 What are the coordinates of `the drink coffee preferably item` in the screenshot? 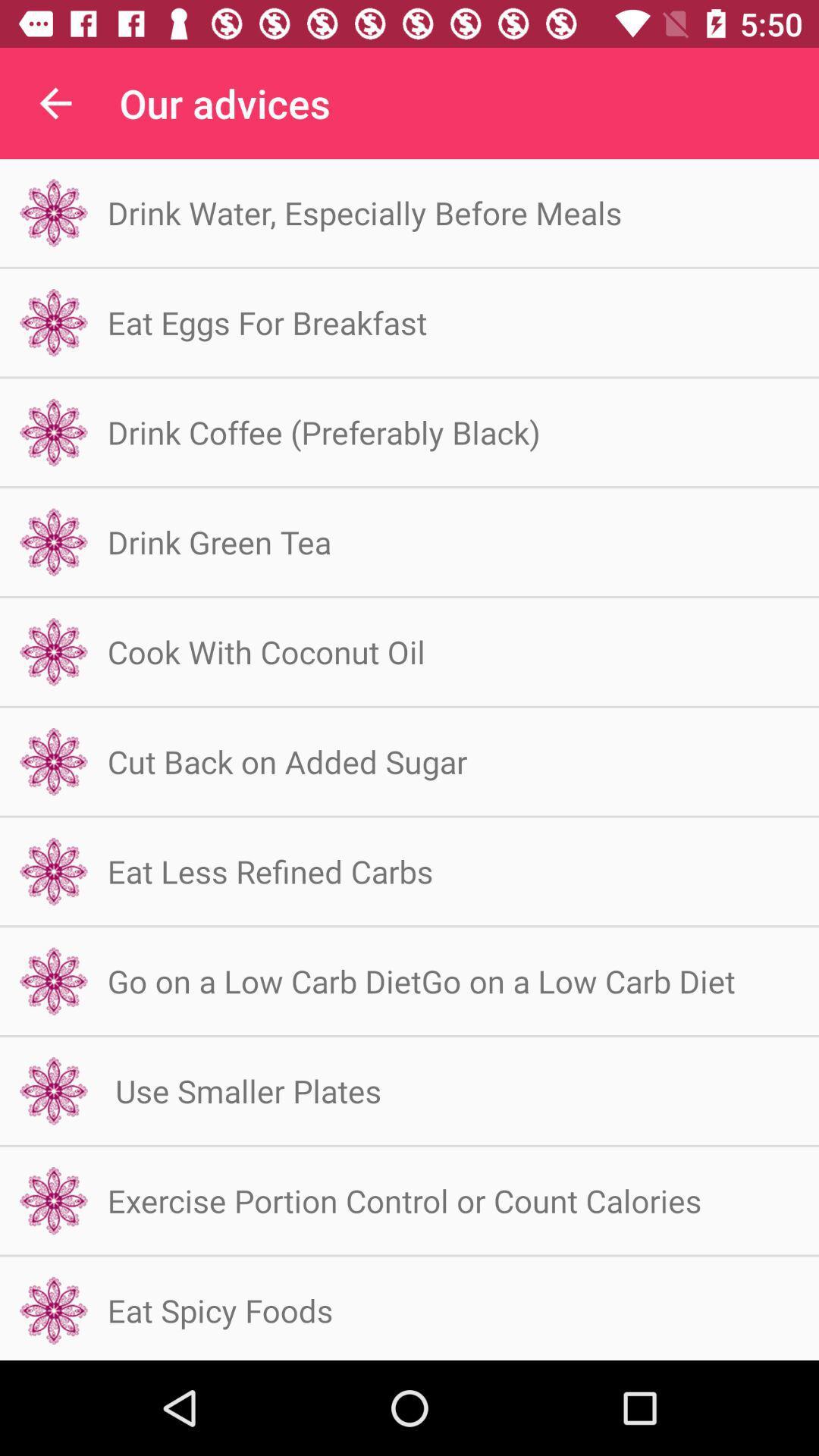 It's located at (323, 431).